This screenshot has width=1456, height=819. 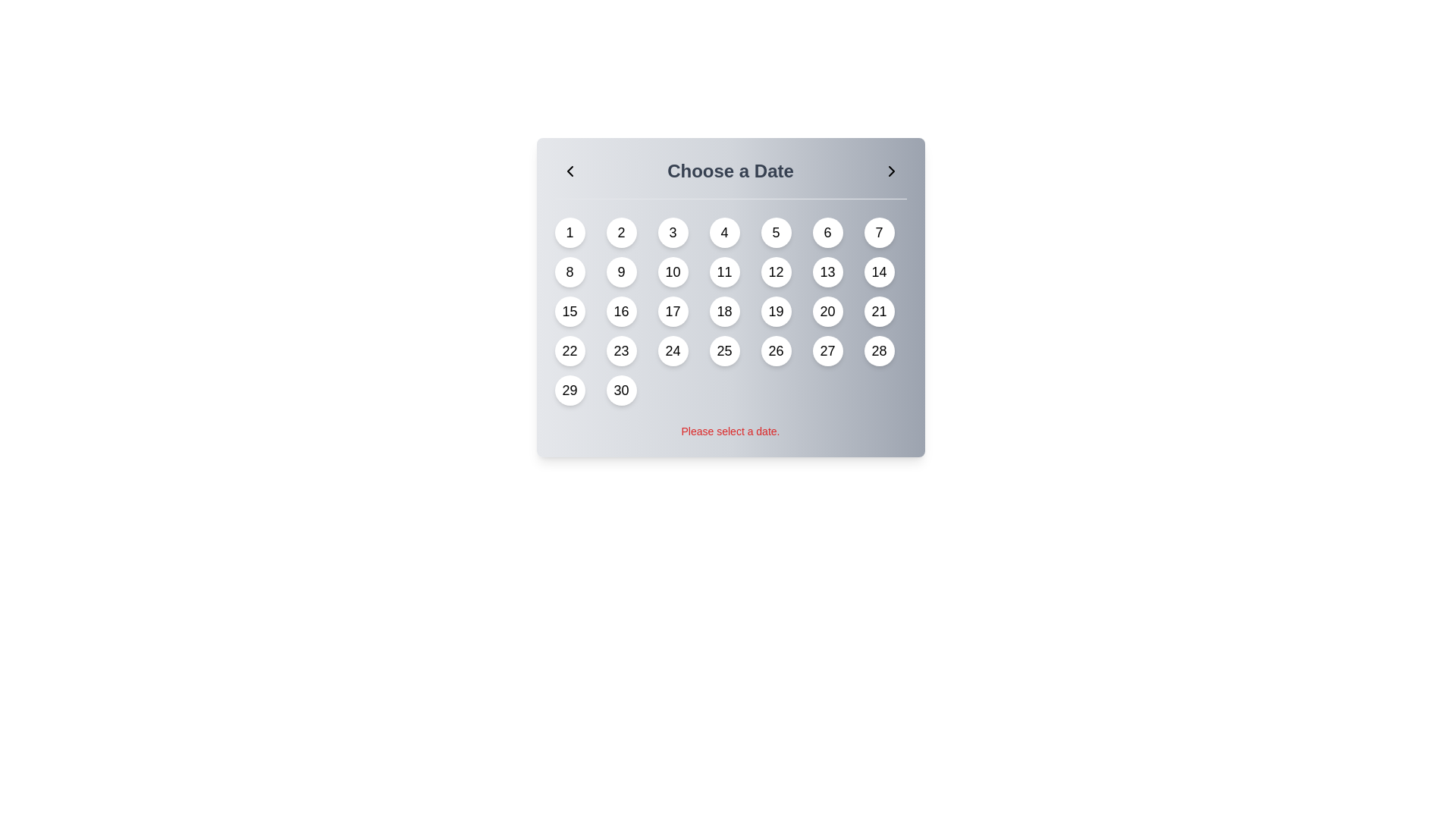 I want to click on the circular button labeled '28', located in the fourth row and seventh column of the calendar's date selector grid, so click(x=879, y=350).